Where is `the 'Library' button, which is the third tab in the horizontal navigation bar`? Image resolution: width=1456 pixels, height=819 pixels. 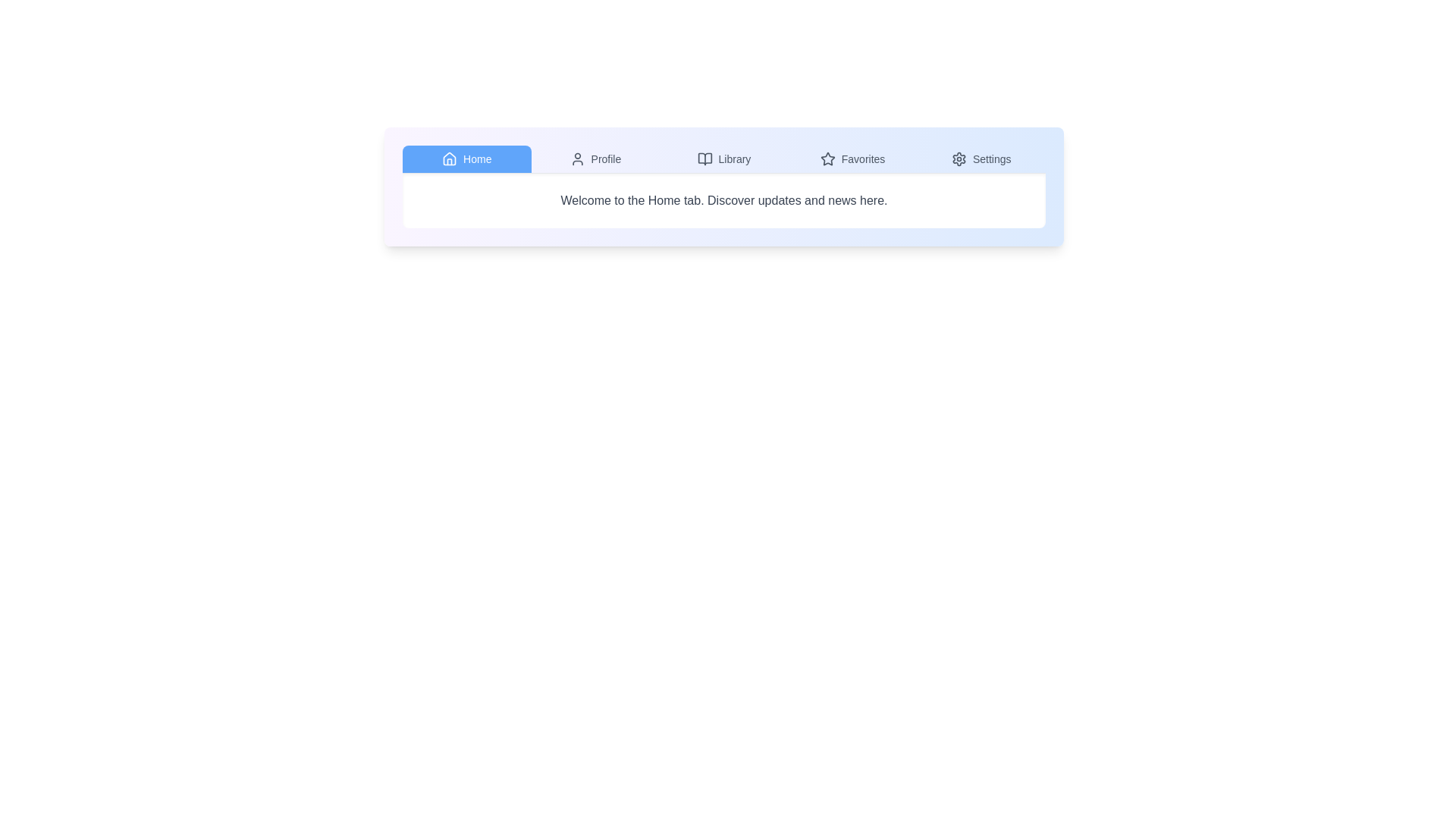 the 'Library' button, which is the third tab in the horizontal navigation bar is located at coordinates (723, 158).